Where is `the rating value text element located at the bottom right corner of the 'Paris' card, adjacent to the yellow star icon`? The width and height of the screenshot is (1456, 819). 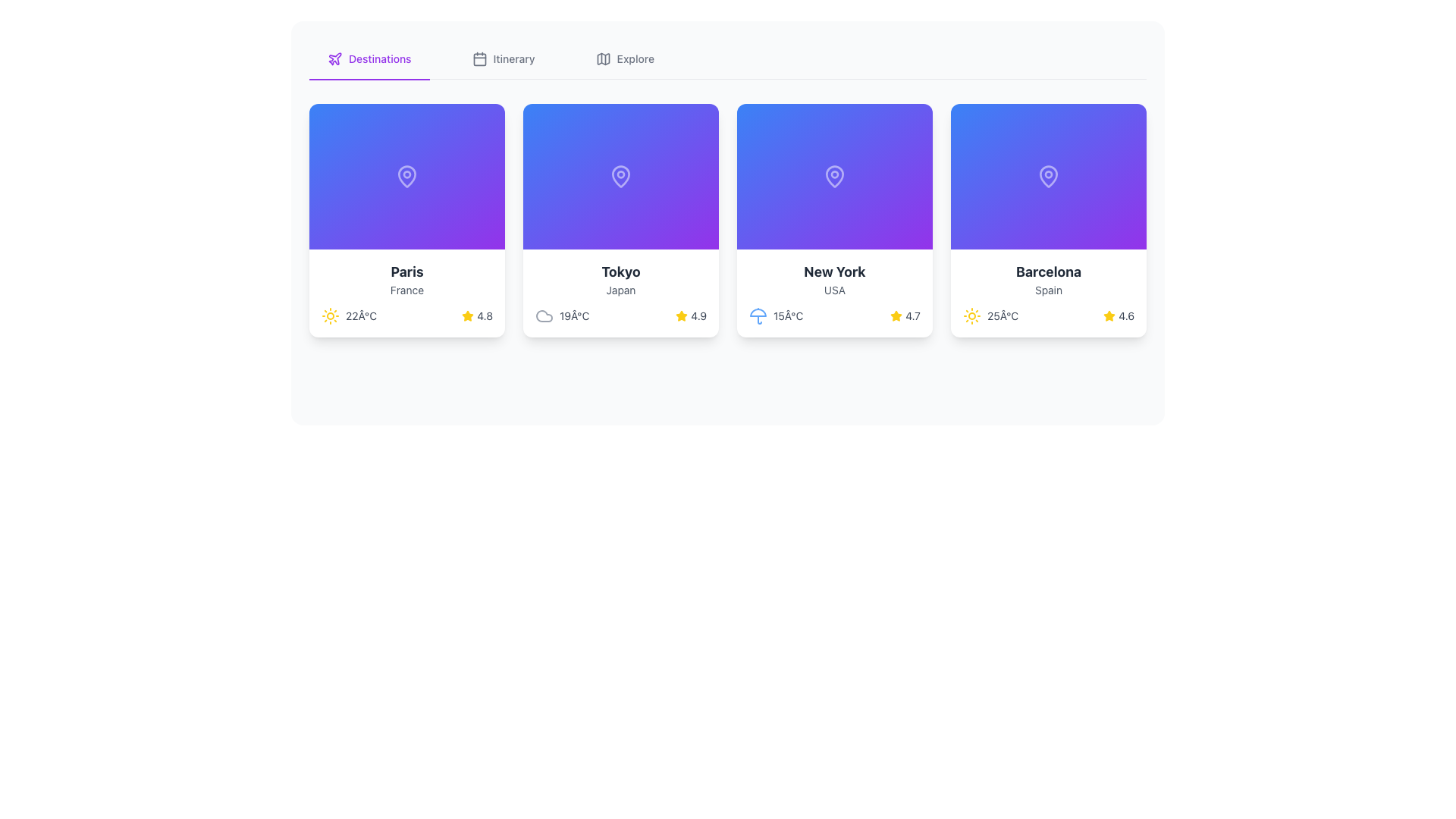 the rating value text element located at the bottom right corner of the 'Paris' card, adjacent to the yellow star icon is located at coordinates (484, 315).